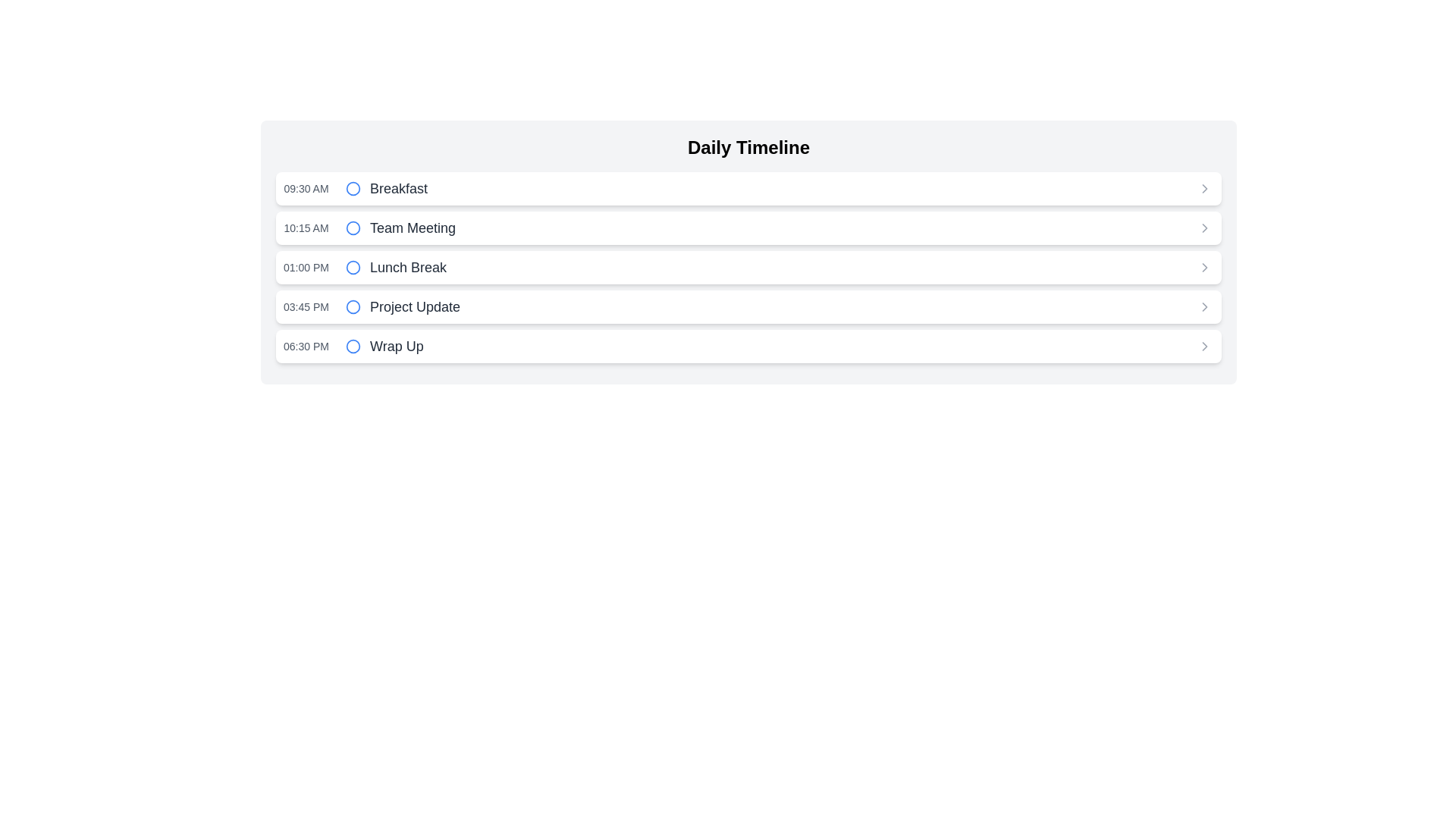  Describe the element at coordinates (748, 307) in the screenshot. I see `the fourth entry in the 'Daily Timeline' which summarizes the 'Project Update' scheduled for 03:45 PM` at that location.